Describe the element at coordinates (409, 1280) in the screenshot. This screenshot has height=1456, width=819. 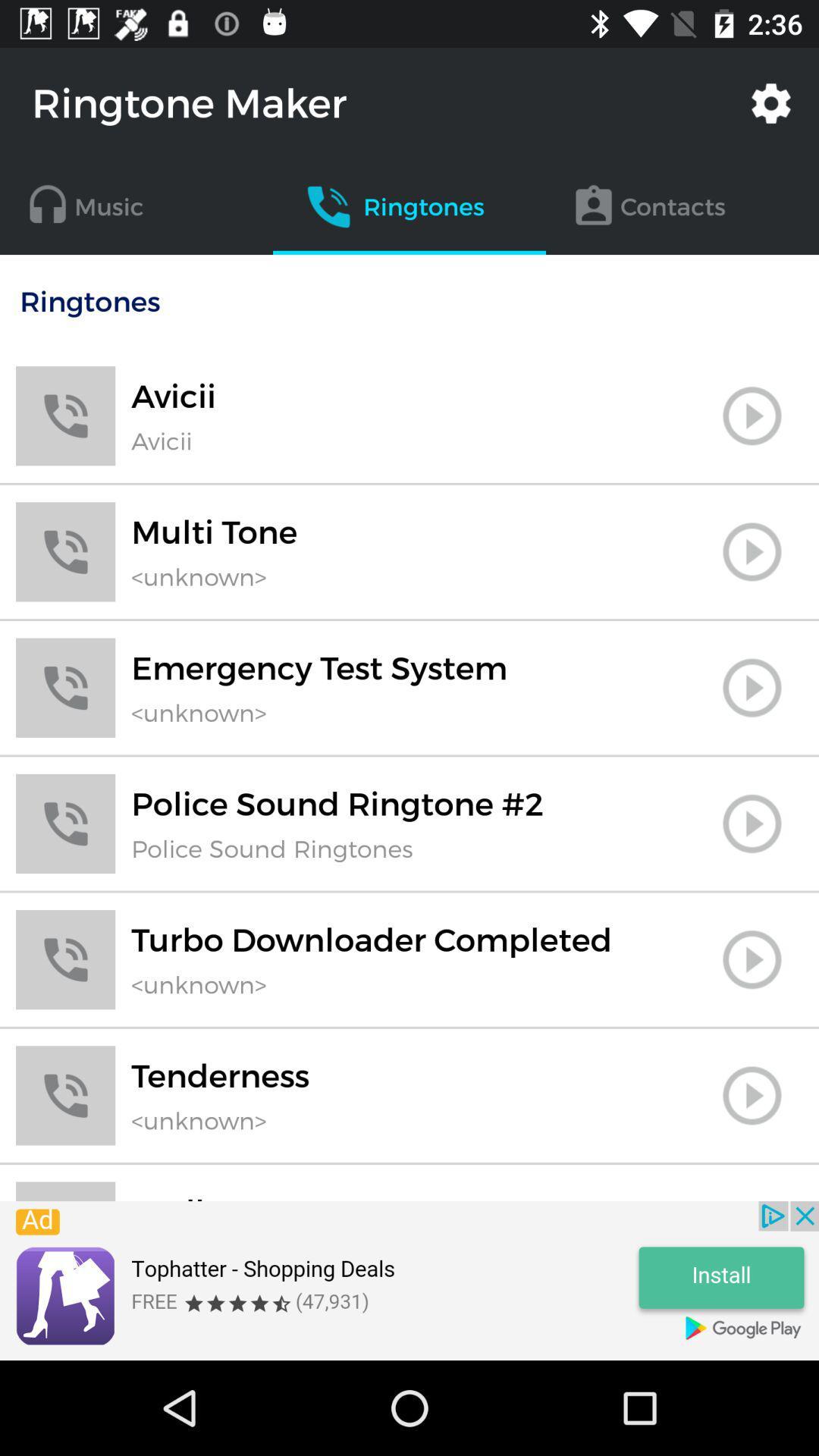
I see `advert pop up` at that location.